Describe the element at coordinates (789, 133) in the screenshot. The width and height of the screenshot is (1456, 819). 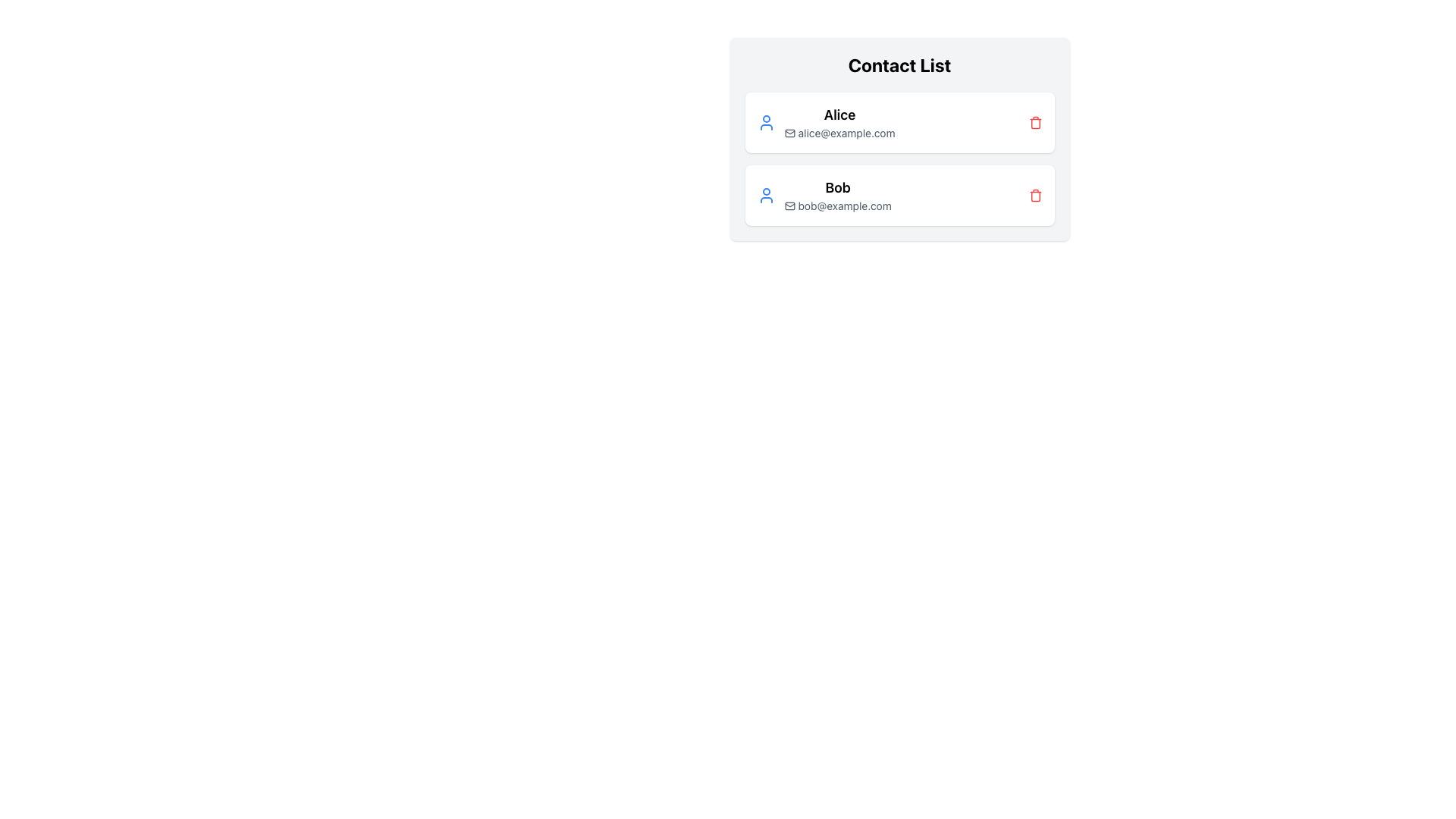
I see `the envelope-shaped email icon located next to the email address 'alice@example.com'` at that location.